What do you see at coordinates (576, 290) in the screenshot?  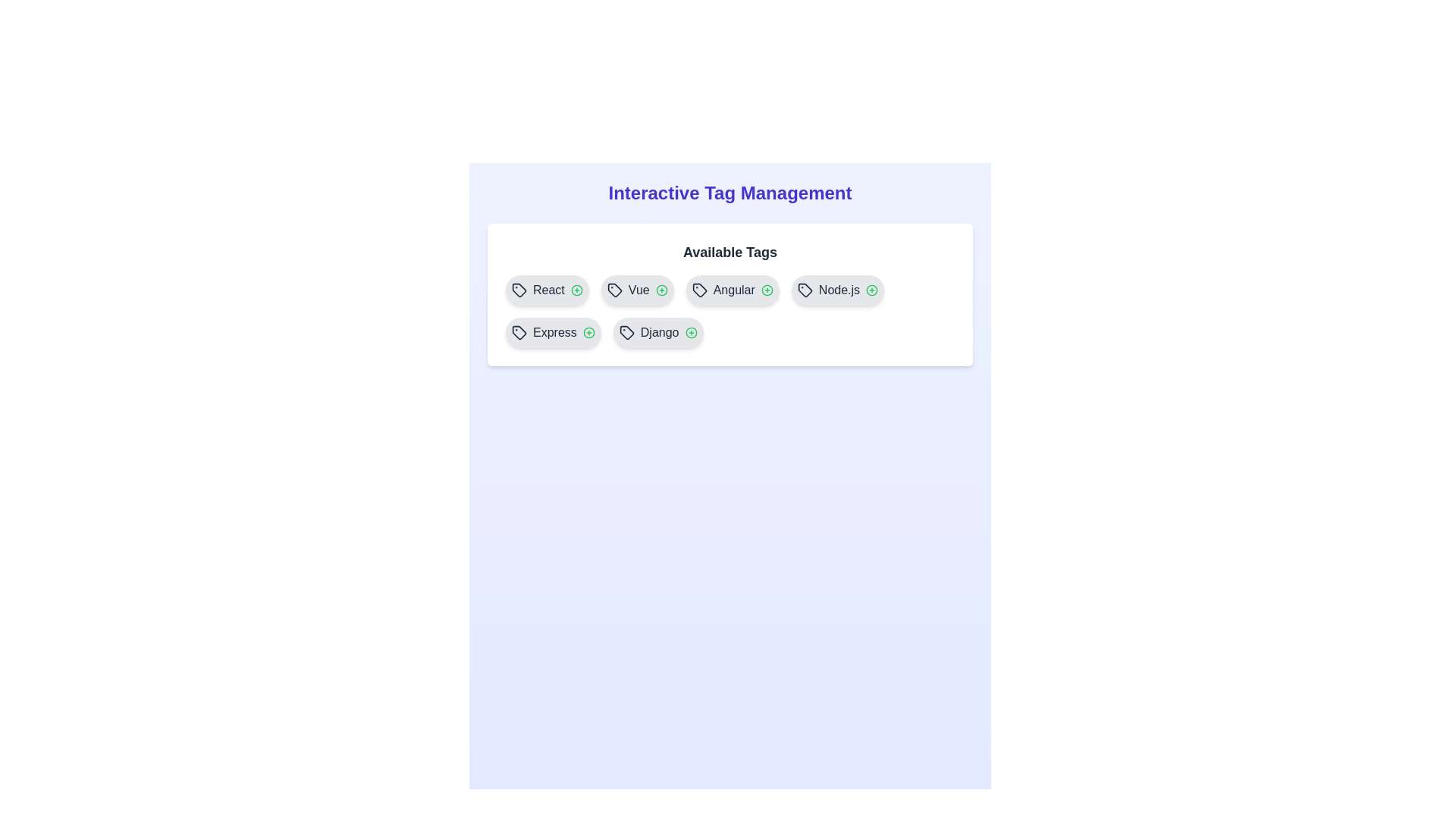 I see `the circular icon with a green border and plus symbol located within the 'React' button in the 'Available Tags' section` at bounding box center [576, 290].